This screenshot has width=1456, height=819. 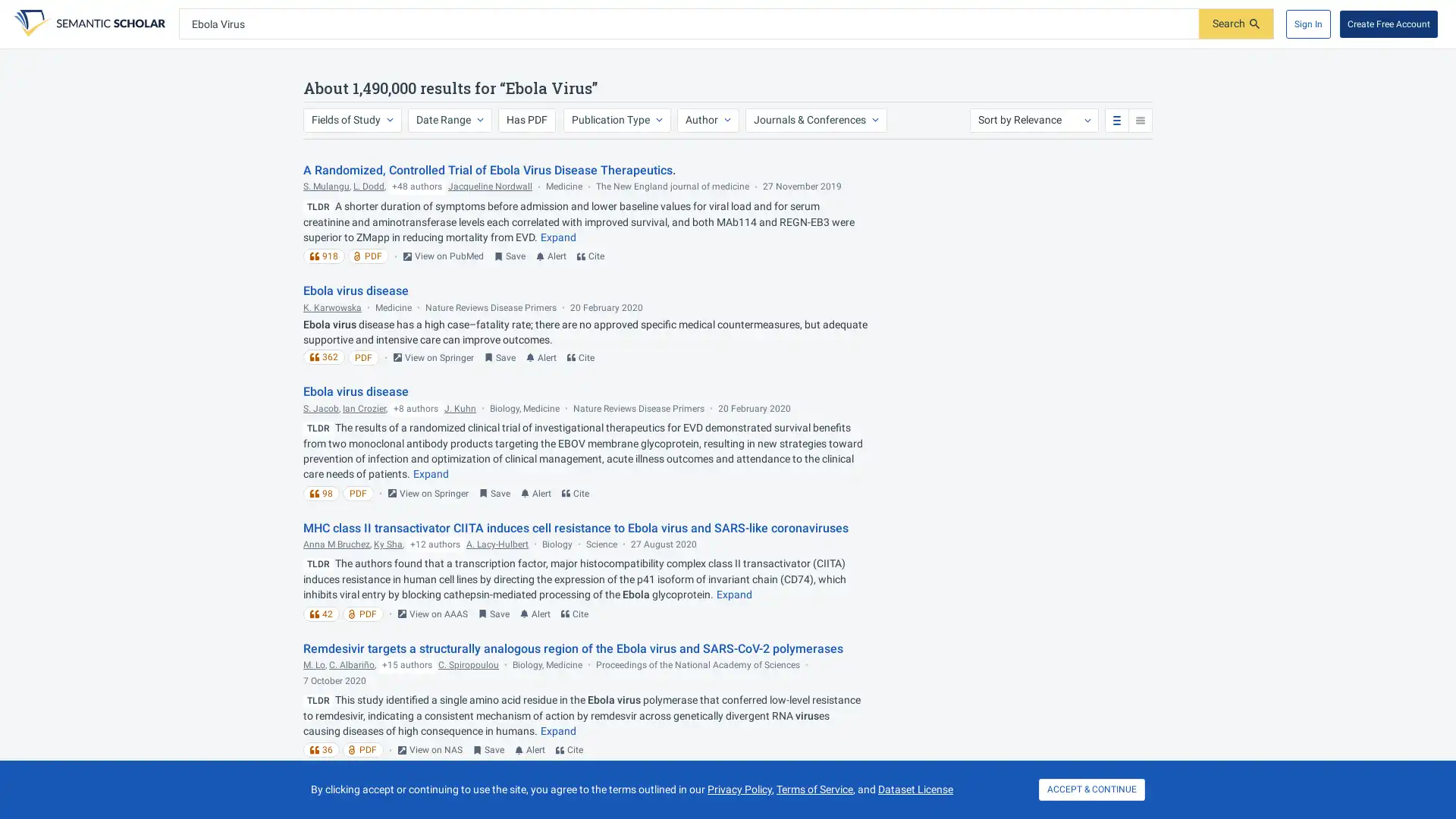 What do you see at coordinates (526, 119) in the screenshot?
I see `Has PDF` at bounding box center [526, 119].